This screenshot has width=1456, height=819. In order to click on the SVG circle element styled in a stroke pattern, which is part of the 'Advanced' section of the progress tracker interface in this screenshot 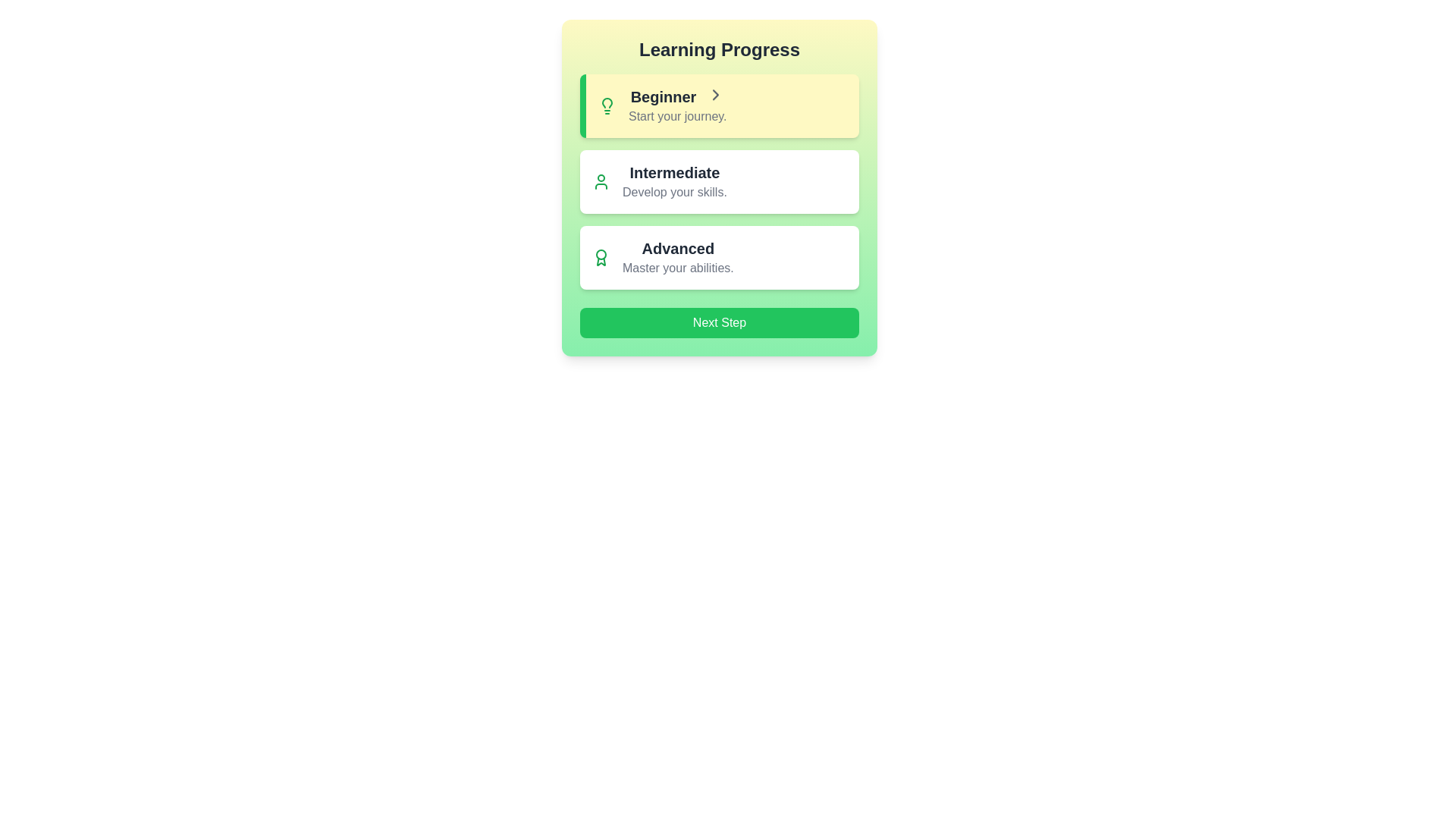, I will do `click(600, 253)`.